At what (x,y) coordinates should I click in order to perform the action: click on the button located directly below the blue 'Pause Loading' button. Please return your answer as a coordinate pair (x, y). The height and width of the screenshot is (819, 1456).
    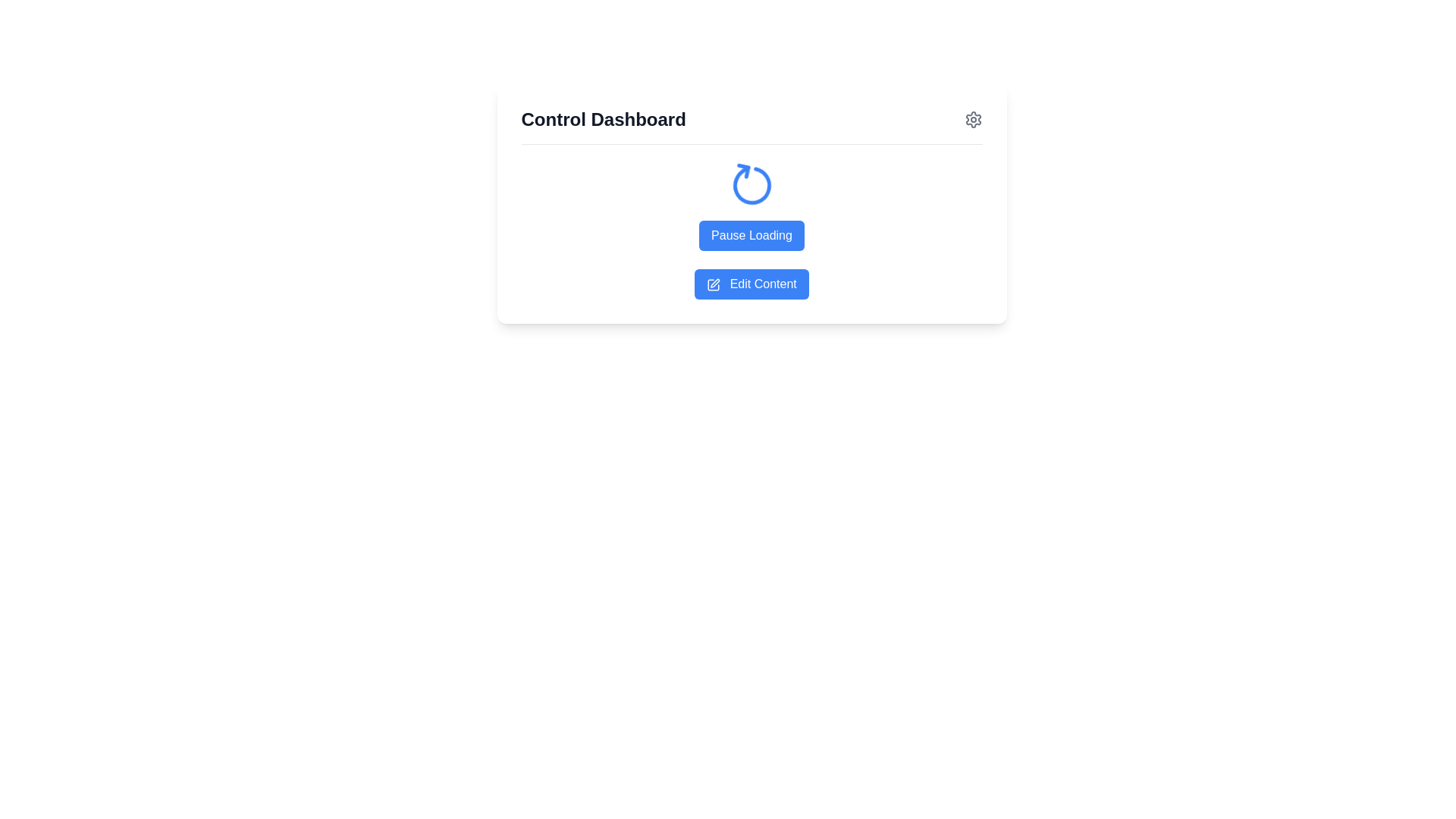
    Looking at the image, I should click on (752, 284).